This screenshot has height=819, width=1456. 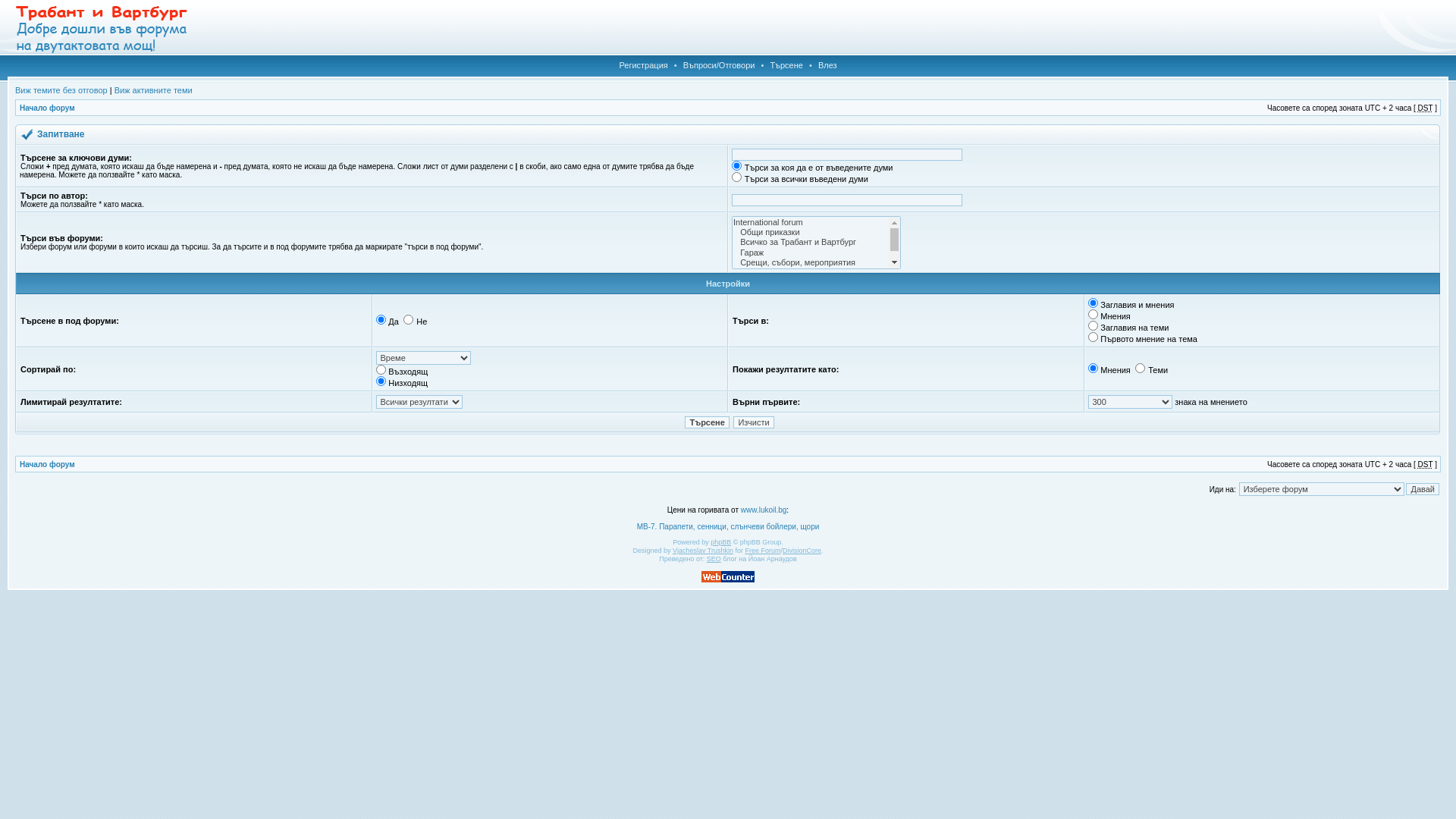 What do you see at coordinates (720, 541) in the screenshot?
I see `'phpBB'` at bounding box center [720, 541].